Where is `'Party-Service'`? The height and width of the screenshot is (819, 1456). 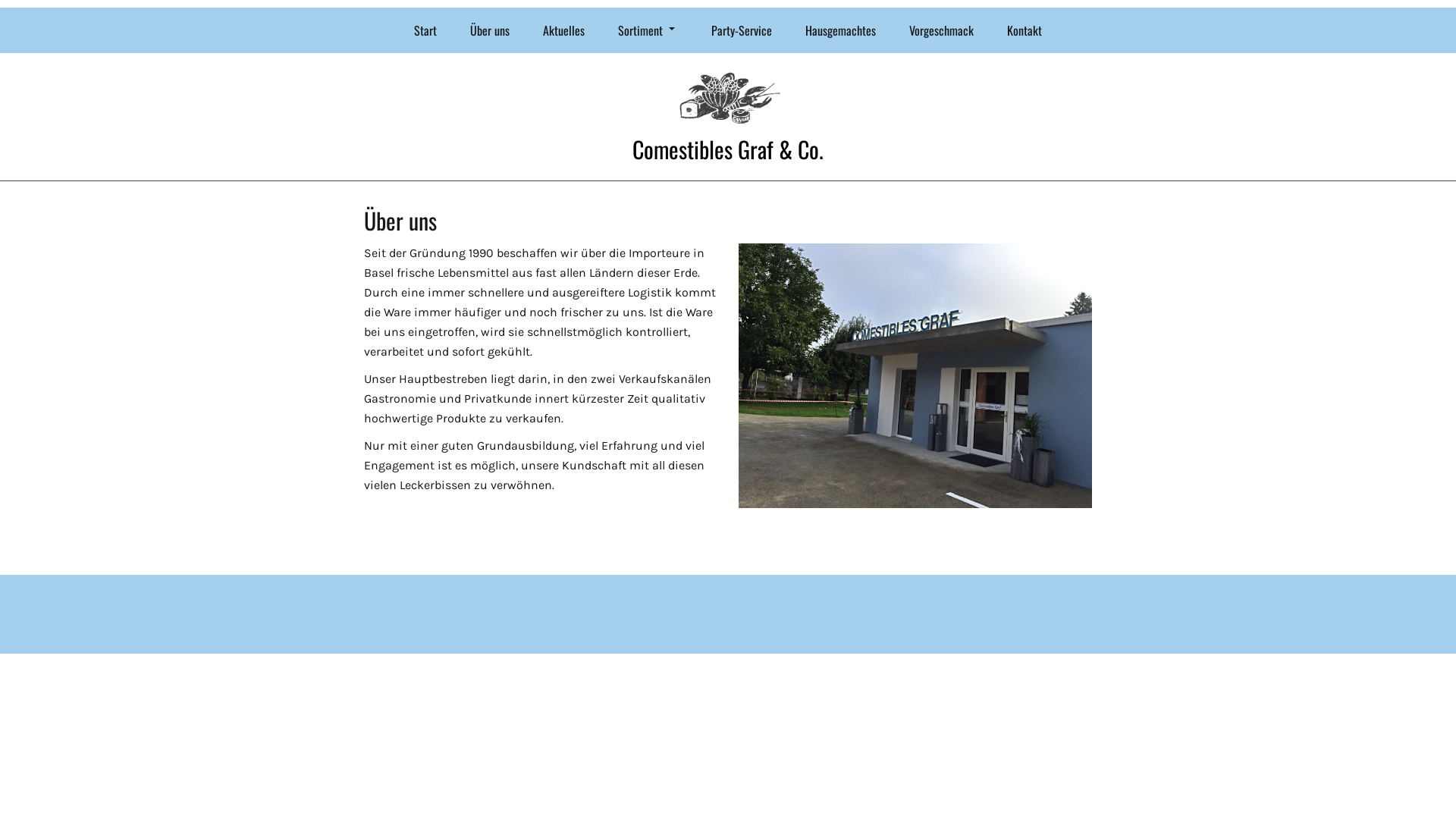 'Party-Service' is located at coordinates (742, 30).